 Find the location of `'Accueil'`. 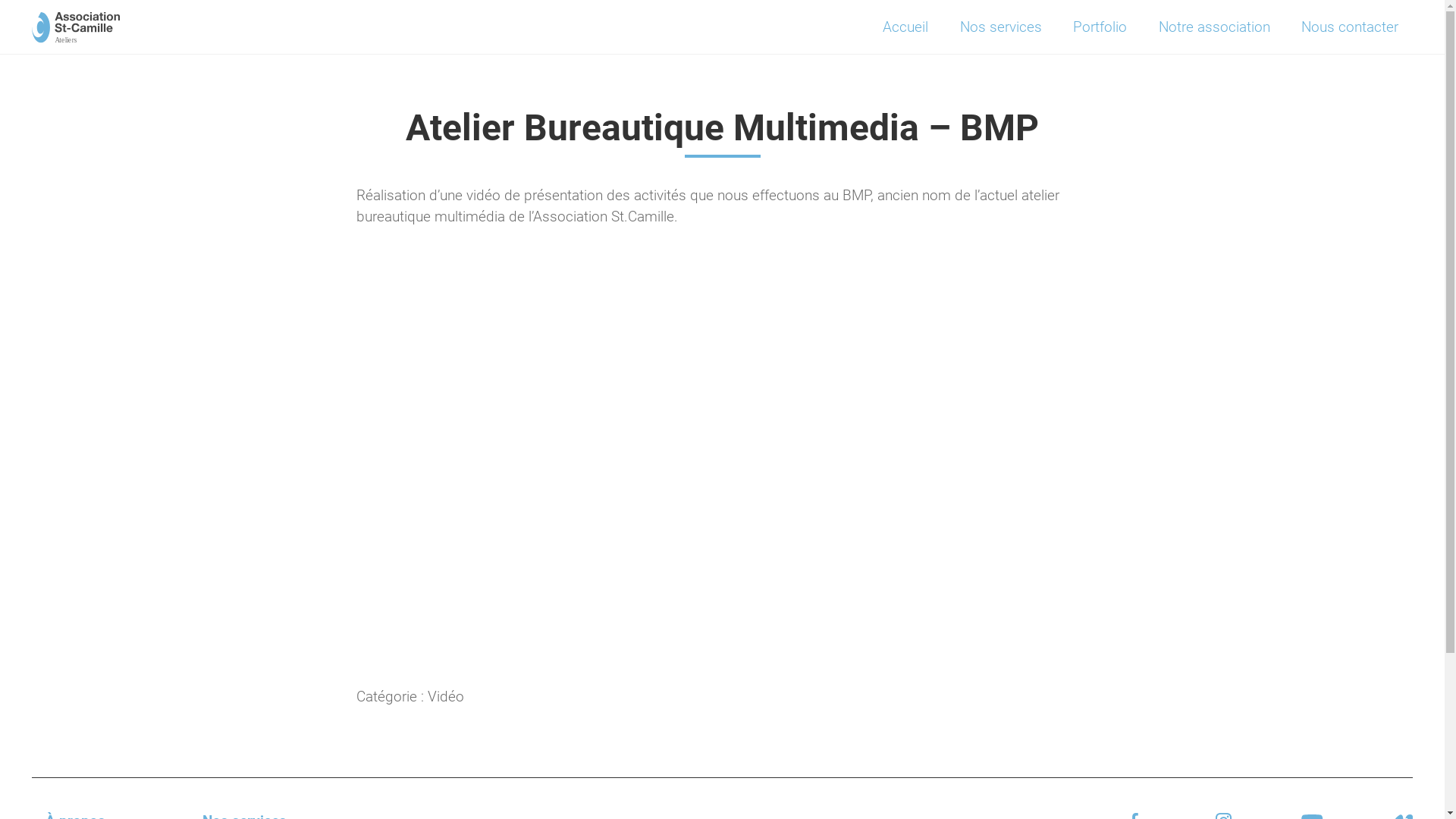

'Accueil' is located at coordinates (905, 27).